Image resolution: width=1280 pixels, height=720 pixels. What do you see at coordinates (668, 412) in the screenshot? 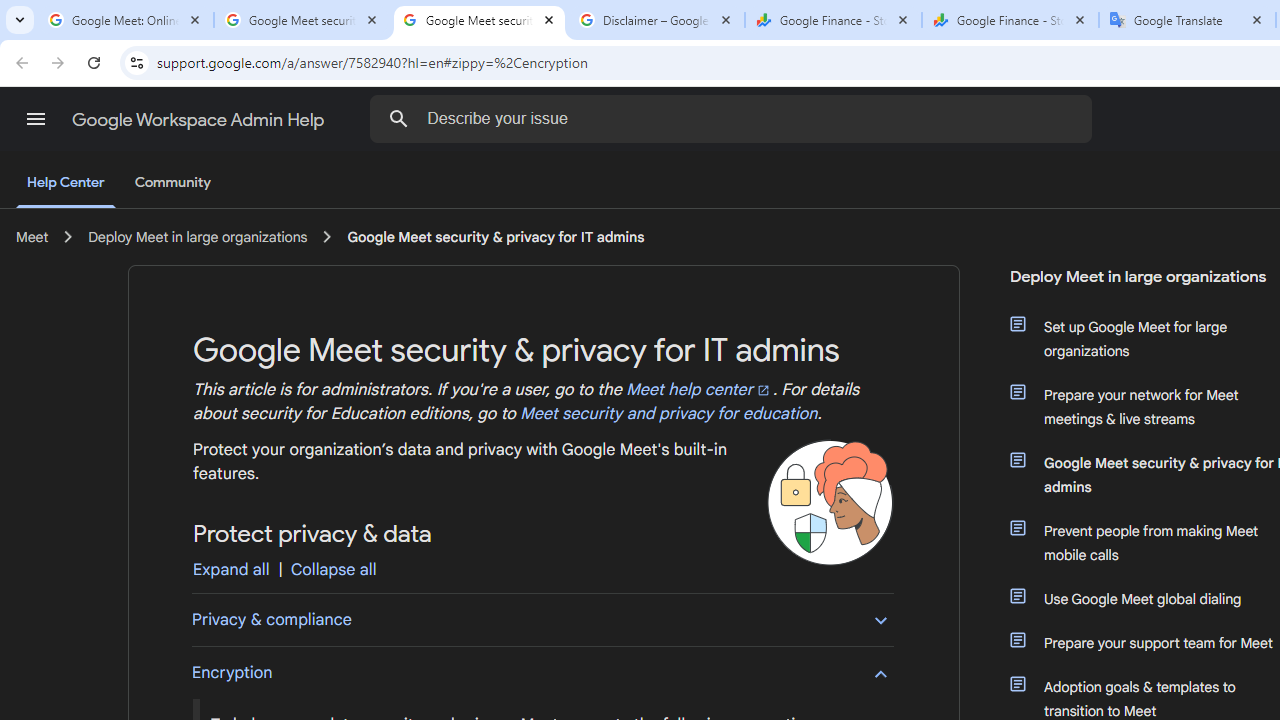
I see `'Meet security and privacy for education'` at bounding box center [668, 412].